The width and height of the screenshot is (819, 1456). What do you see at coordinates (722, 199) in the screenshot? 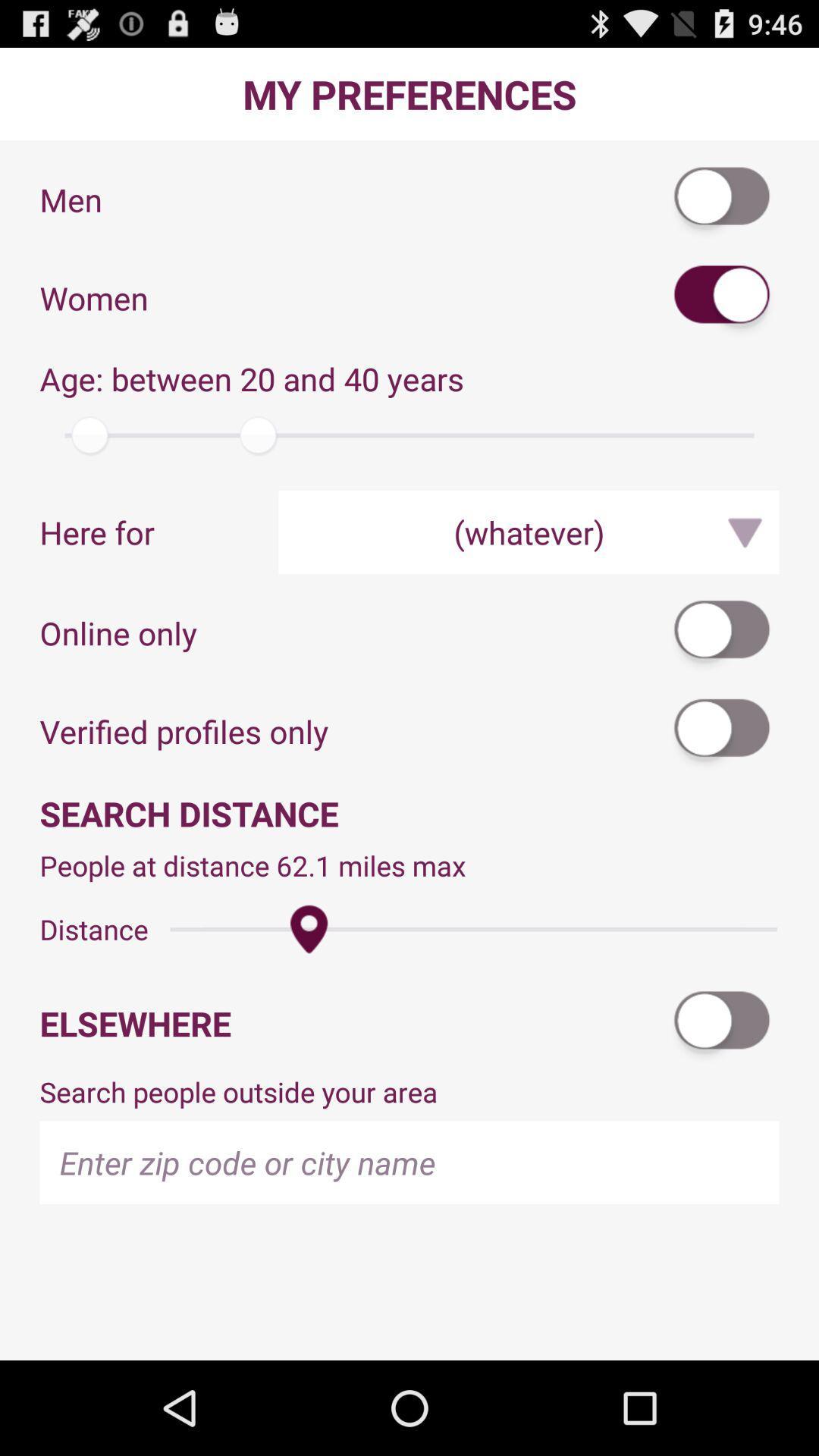
I see `gender option` at bounding box center [722, 199].